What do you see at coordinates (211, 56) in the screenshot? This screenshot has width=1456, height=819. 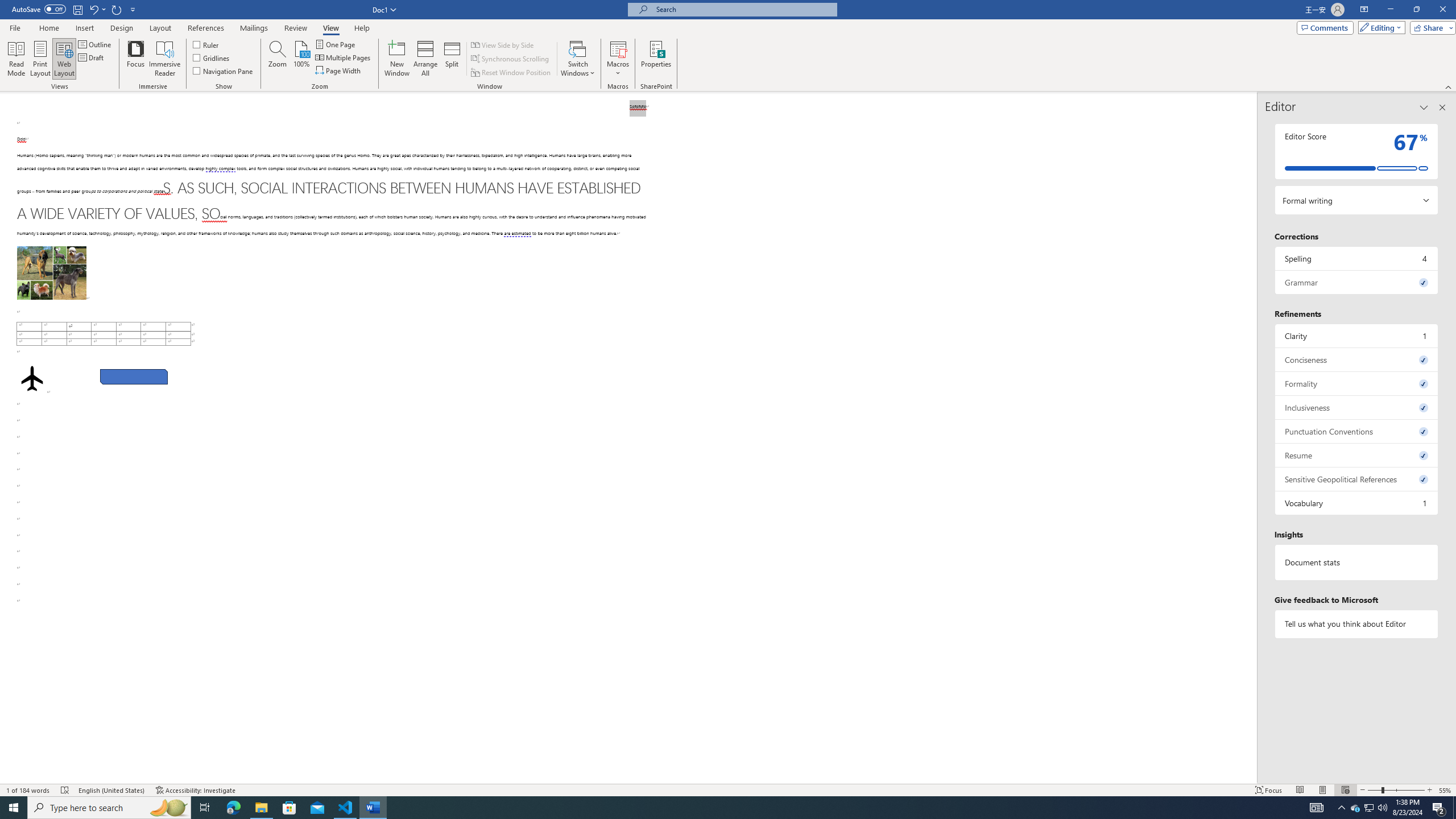 I see `'Gridlines'` at bounding box center [211, 56].